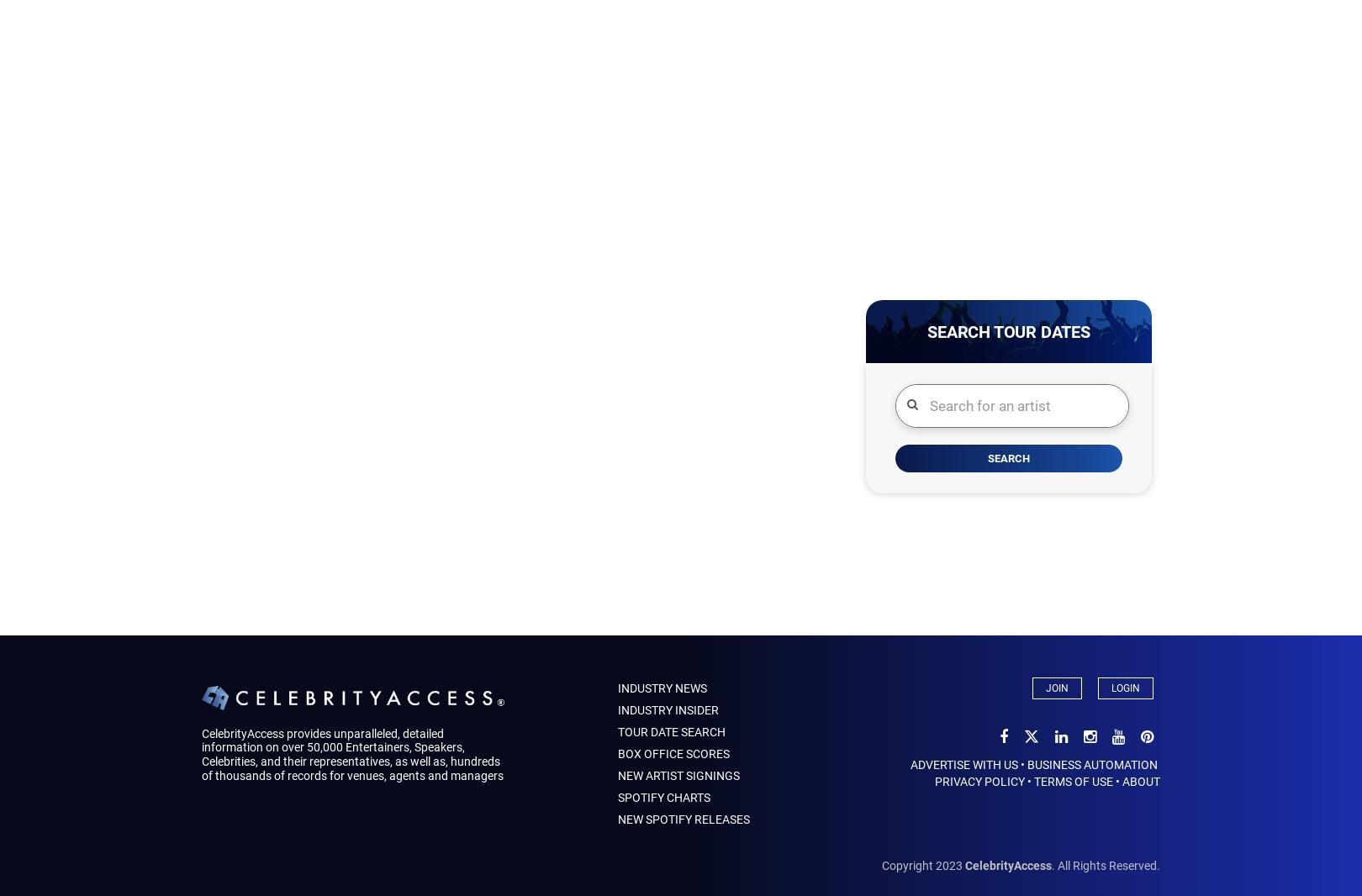 Image resolution: width=1362 pixels, height=896 pixels. Describe the element at coordinates (926, 330) in the screenshot. I see `'Search Tour Dates'` at that location.